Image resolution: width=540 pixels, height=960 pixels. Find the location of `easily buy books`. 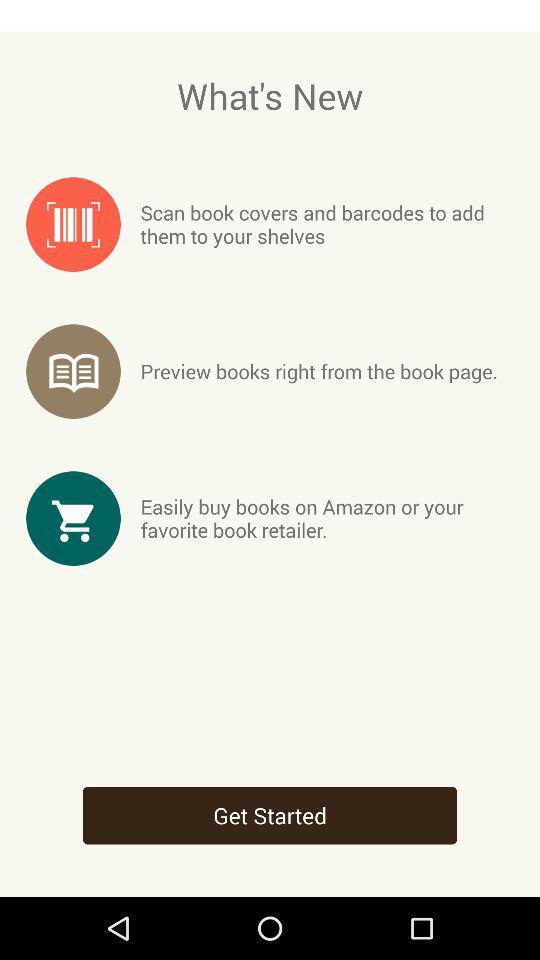

easily buy books is located at coordinates (327, 517).